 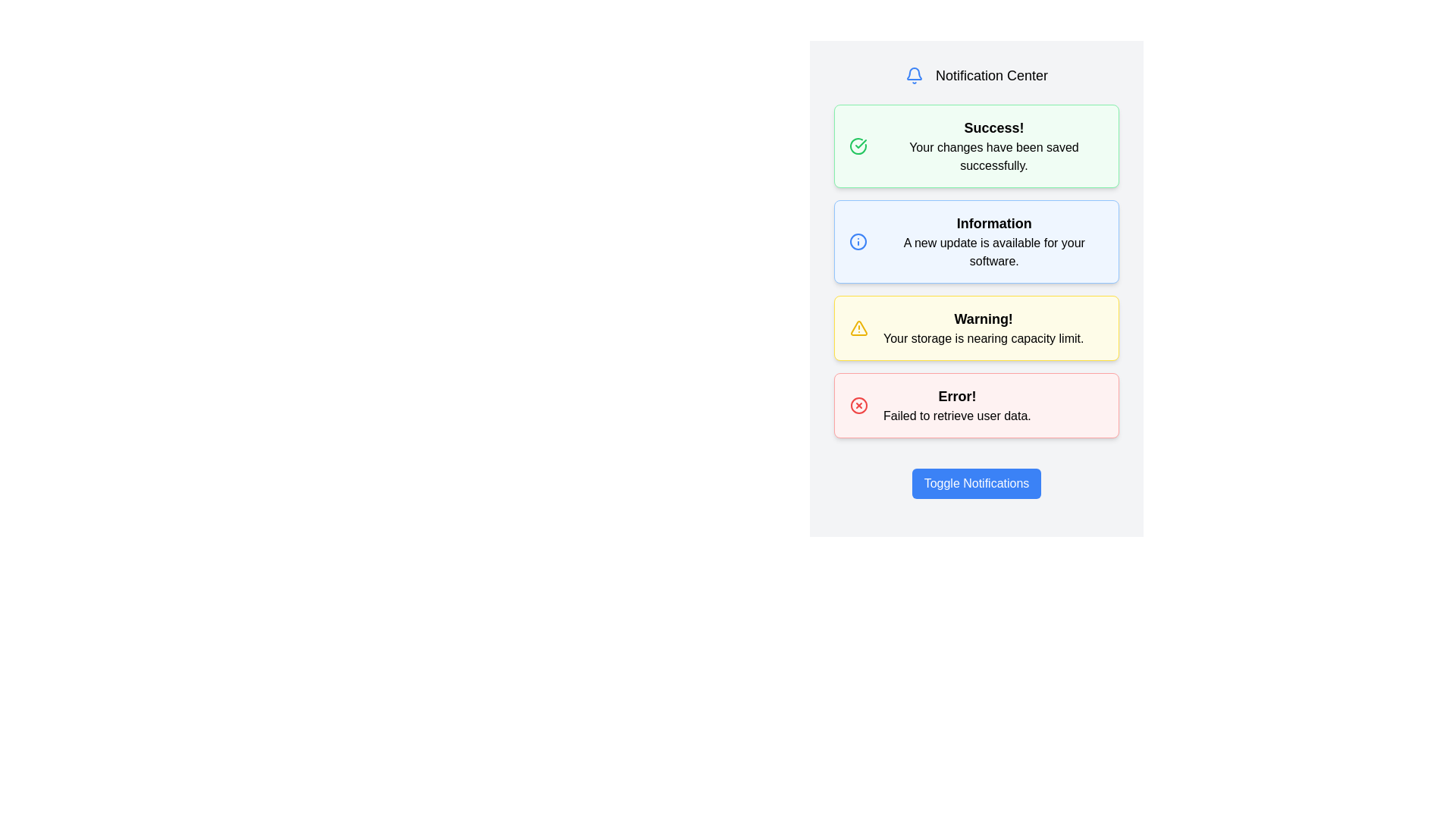 I want to click on contents of the first notification box marked by a green background and bold heading 'Success!', located at the top center of the notification panel, so click(x=993, y=146).